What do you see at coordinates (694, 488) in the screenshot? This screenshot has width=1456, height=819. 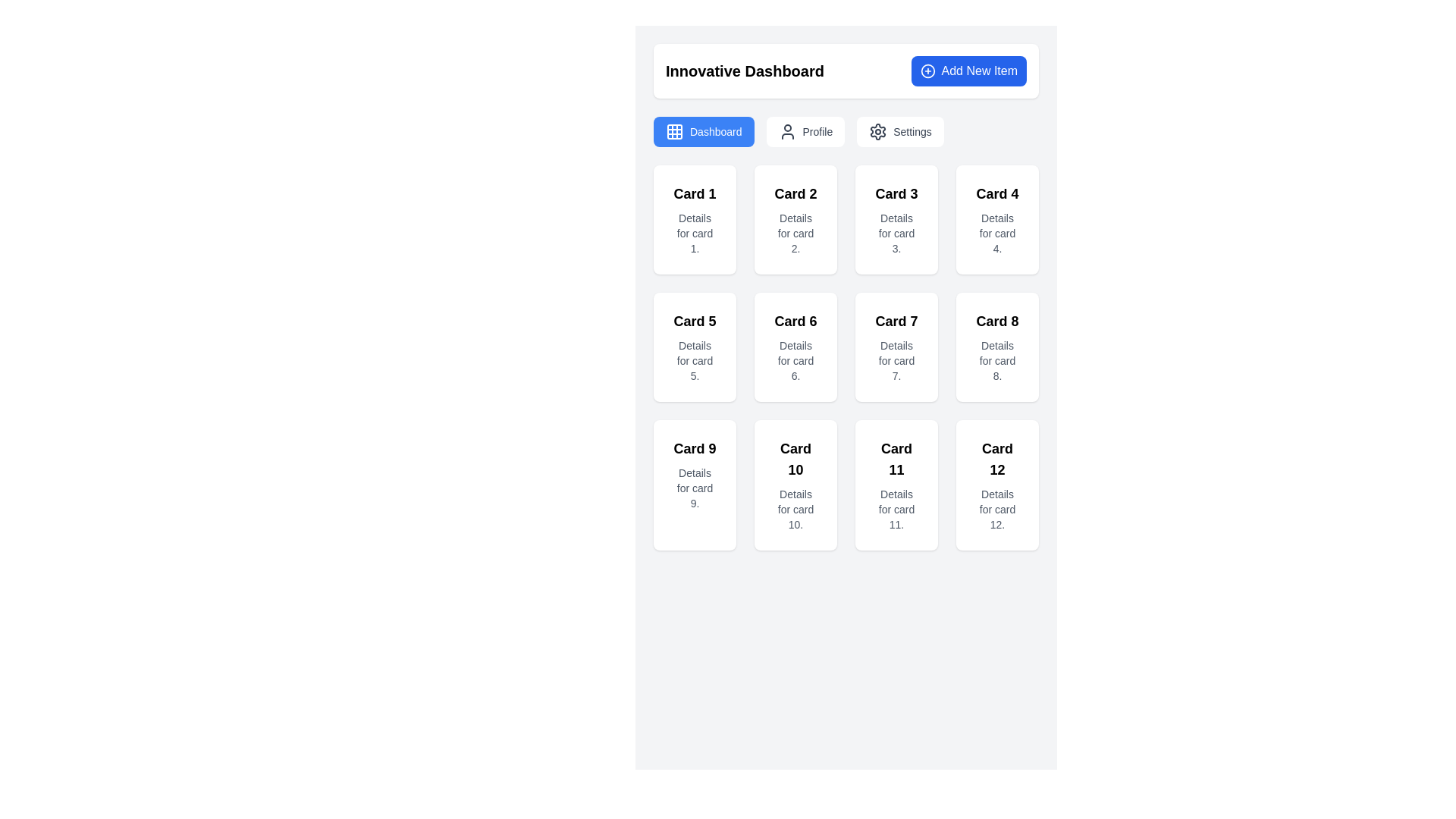 I see `the text label reading 'Details for card 9.' located below the main title 'Card 9' in the second row, first column of a grid of cards` at bounding box center [694, 488].